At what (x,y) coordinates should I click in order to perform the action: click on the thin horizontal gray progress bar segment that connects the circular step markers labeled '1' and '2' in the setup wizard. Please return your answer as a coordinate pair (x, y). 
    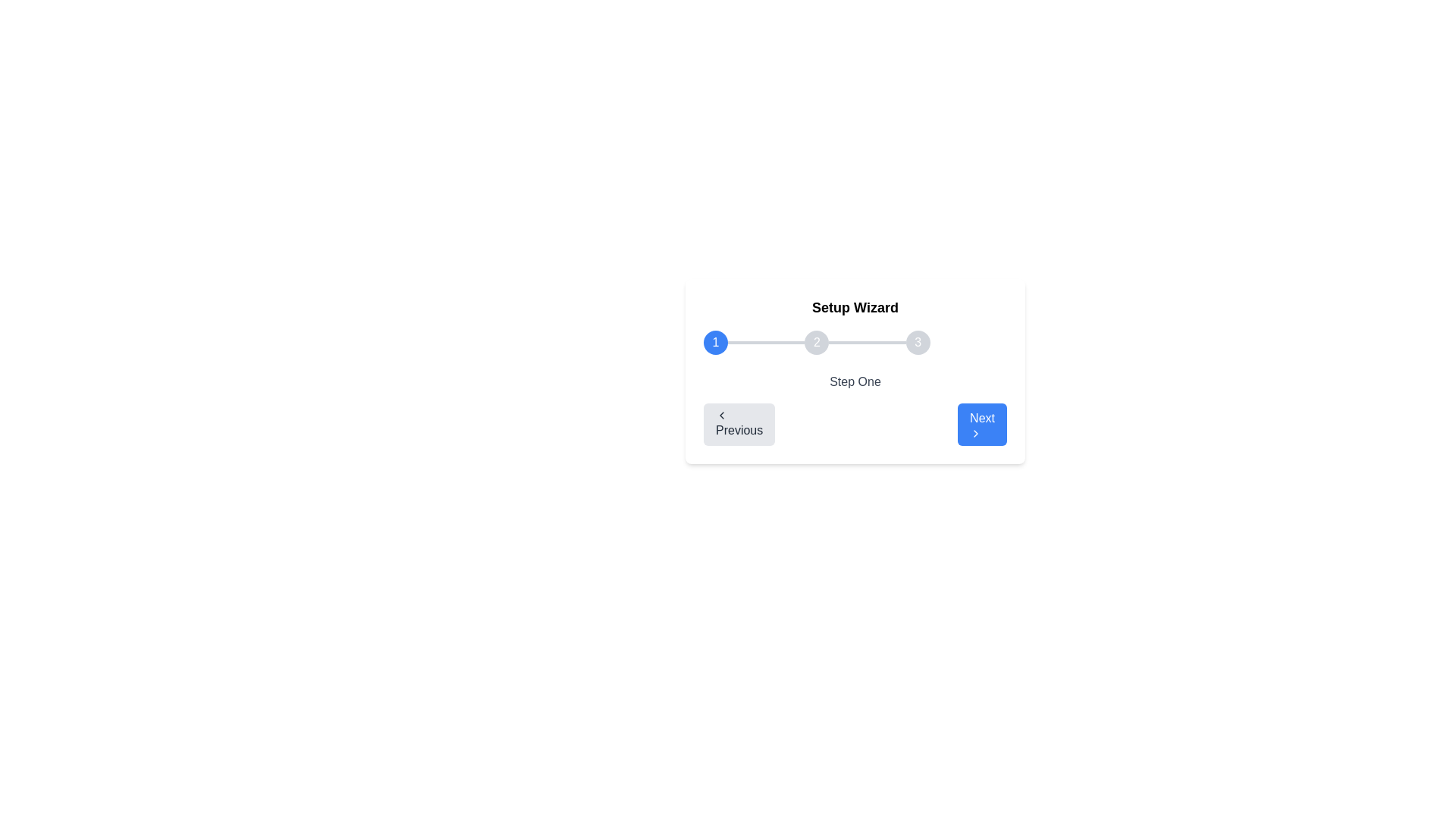
    Looking at the image, I should click on (766, 342).